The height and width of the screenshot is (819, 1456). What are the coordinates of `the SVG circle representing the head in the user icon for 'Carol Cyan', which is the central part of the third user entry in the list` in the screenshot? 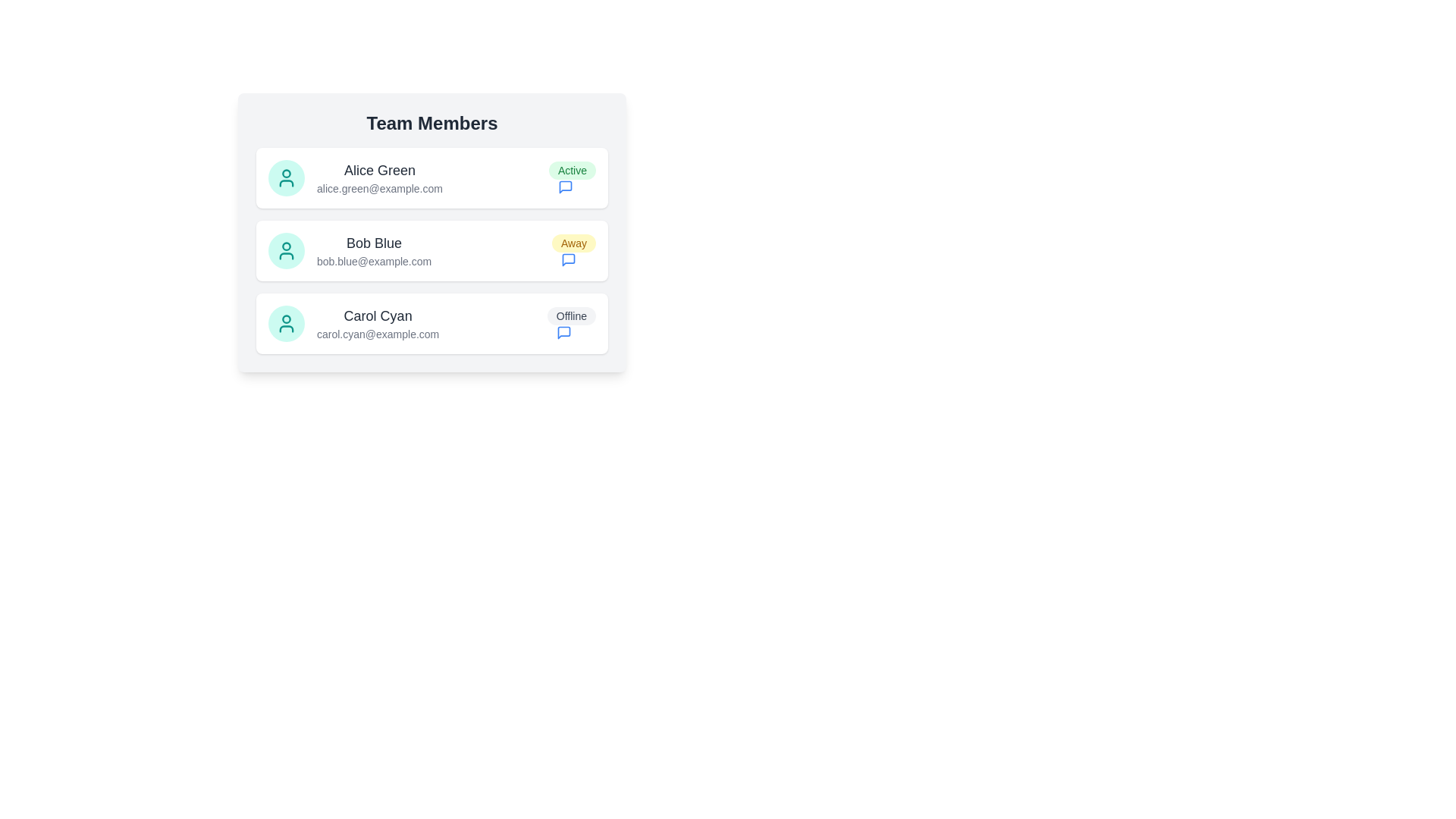 It's located at (287, 318).